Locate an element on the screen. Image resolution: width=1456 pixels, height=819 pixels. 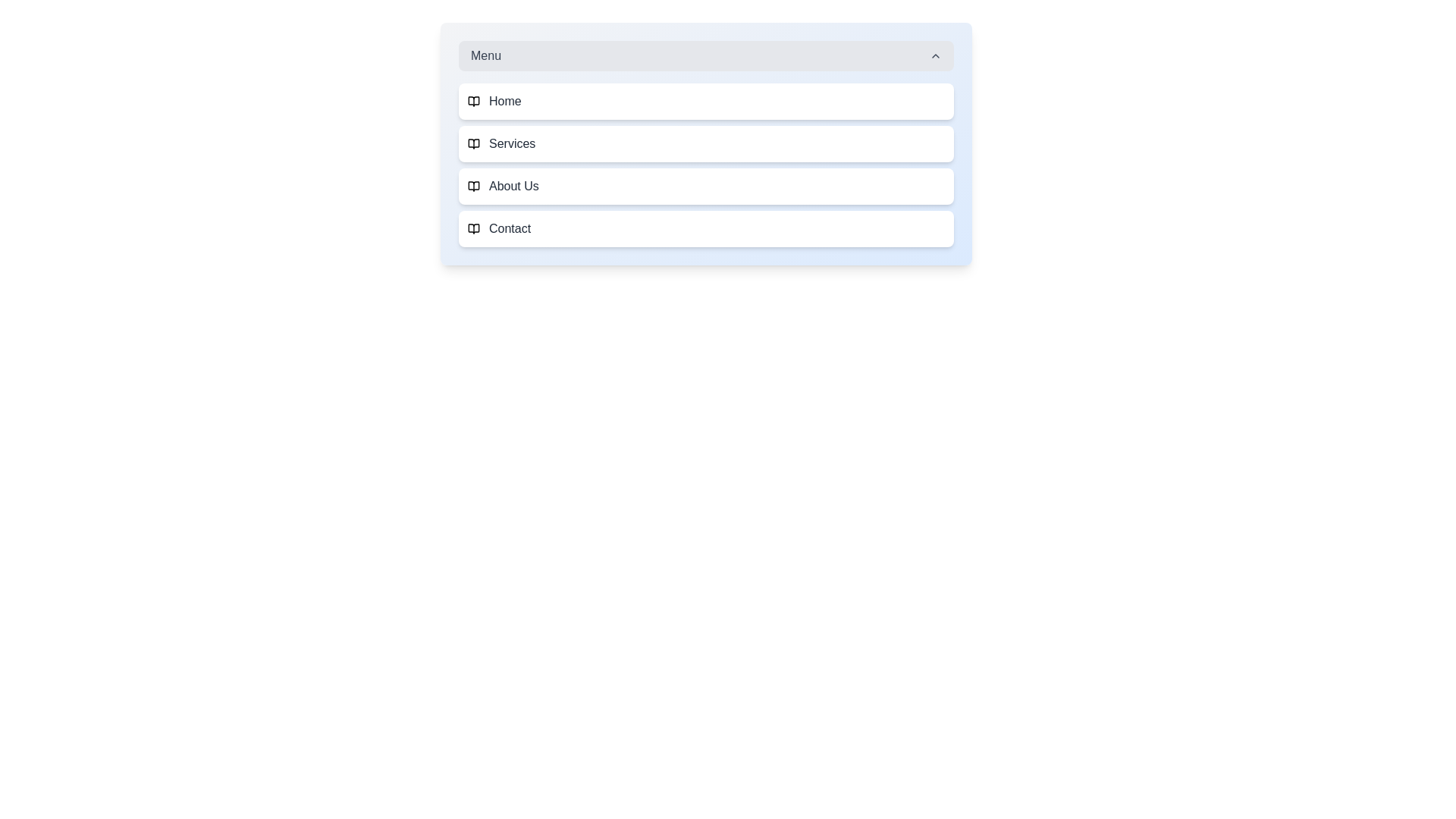
the 'Contact' text label, which is the fourth item in a vertical menu list below 'Home', 'Services', and 'About Us' is located at coordinates (510, 228).